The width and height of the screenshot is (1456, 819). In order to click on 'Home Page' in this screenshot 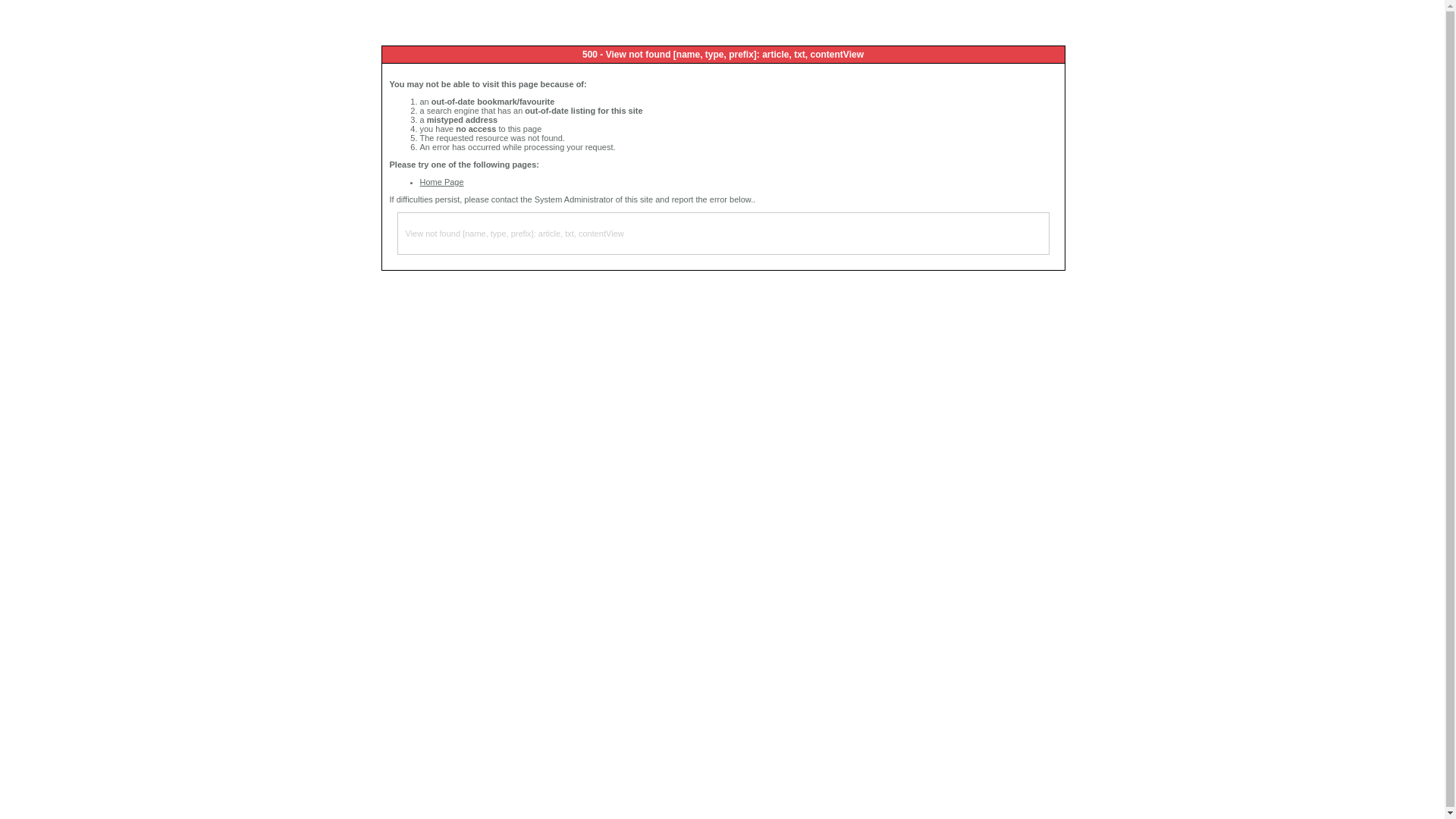, I will do `click(441, 180)`.